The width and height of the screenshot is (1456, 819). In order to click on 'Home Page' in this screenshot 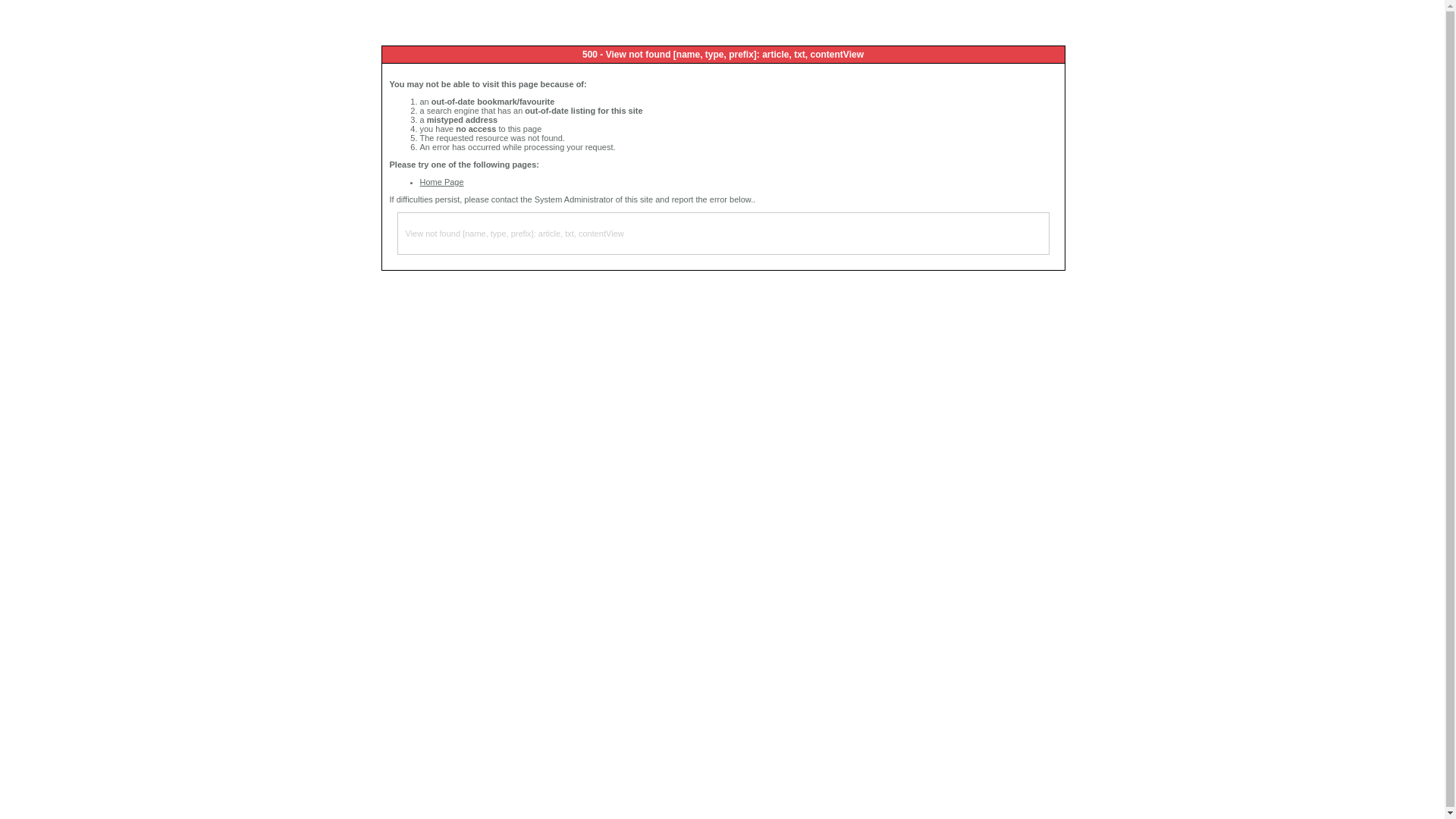, I will do `click(441, 180)`.